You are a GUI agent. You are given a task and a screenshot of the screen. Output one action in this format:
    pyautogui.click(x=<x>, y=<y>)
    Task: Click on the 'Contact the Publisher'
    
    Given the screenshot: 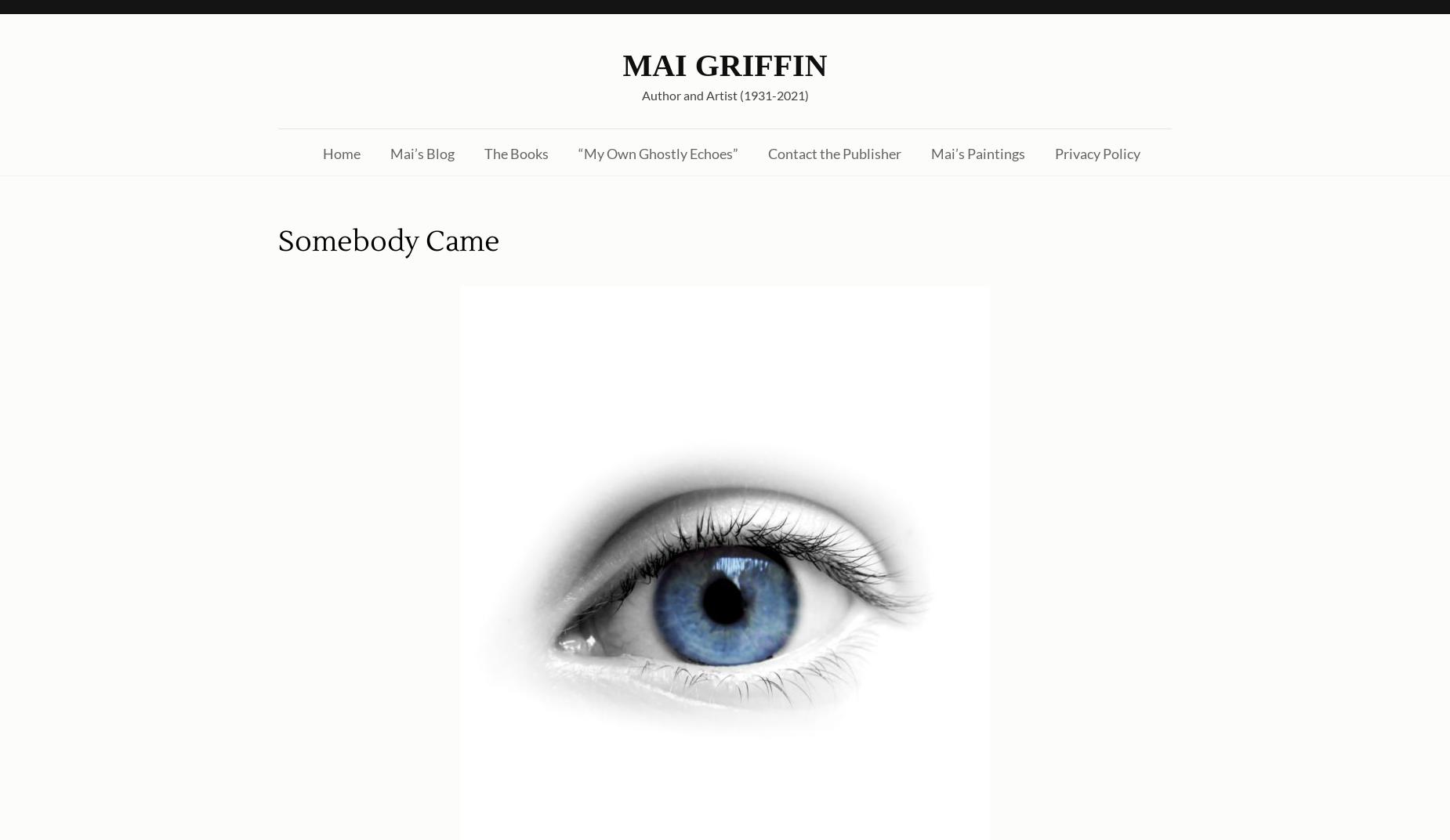 What is the action you would take?
    pyautogui.click(x=834, y=152)
    